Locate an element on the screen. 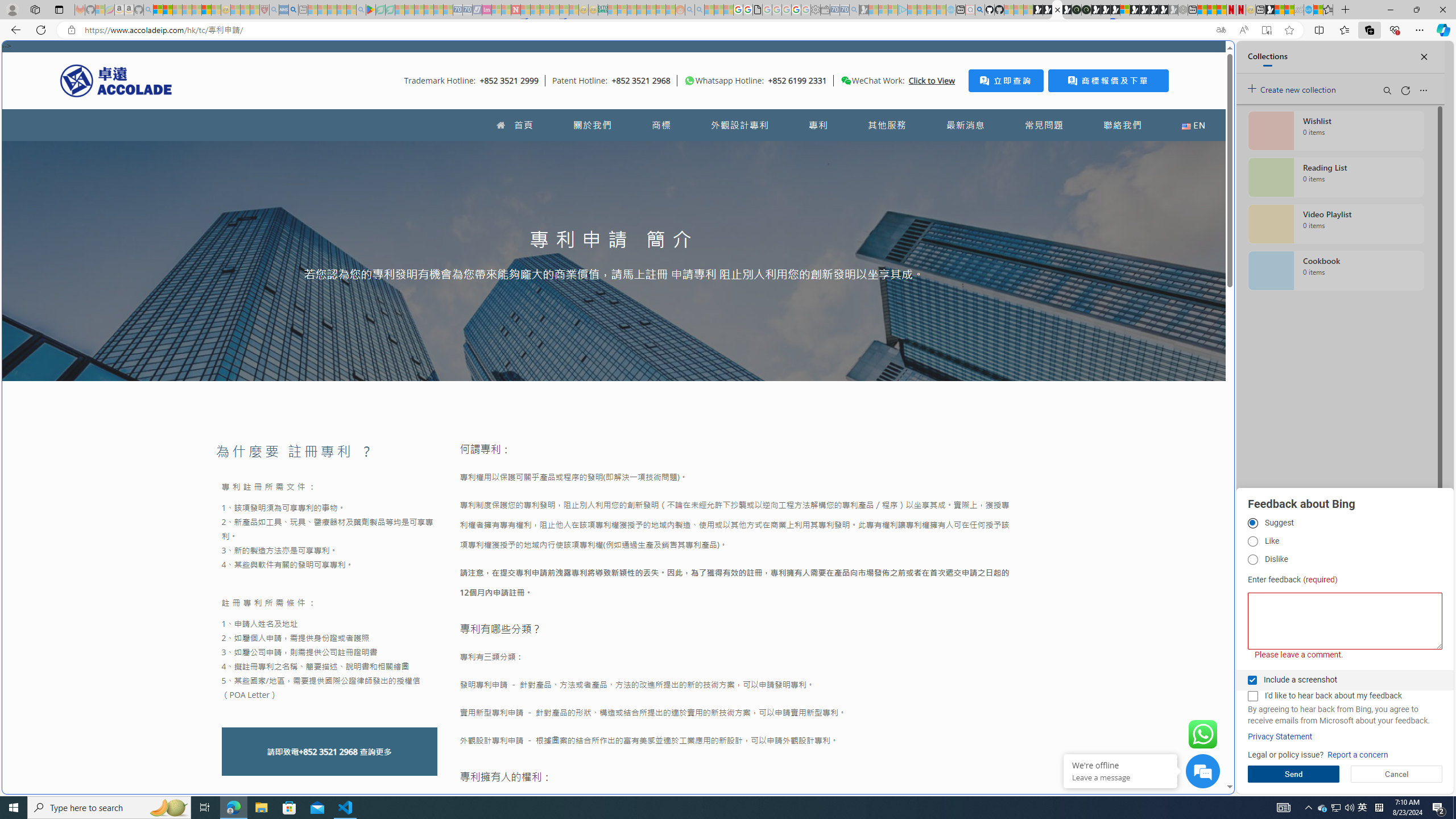 The image size is (1456, 819). 'Services - Maintenance | Sky Blue Bikes - Sky Blue Bikes' is located at coordinates (1308, 9).